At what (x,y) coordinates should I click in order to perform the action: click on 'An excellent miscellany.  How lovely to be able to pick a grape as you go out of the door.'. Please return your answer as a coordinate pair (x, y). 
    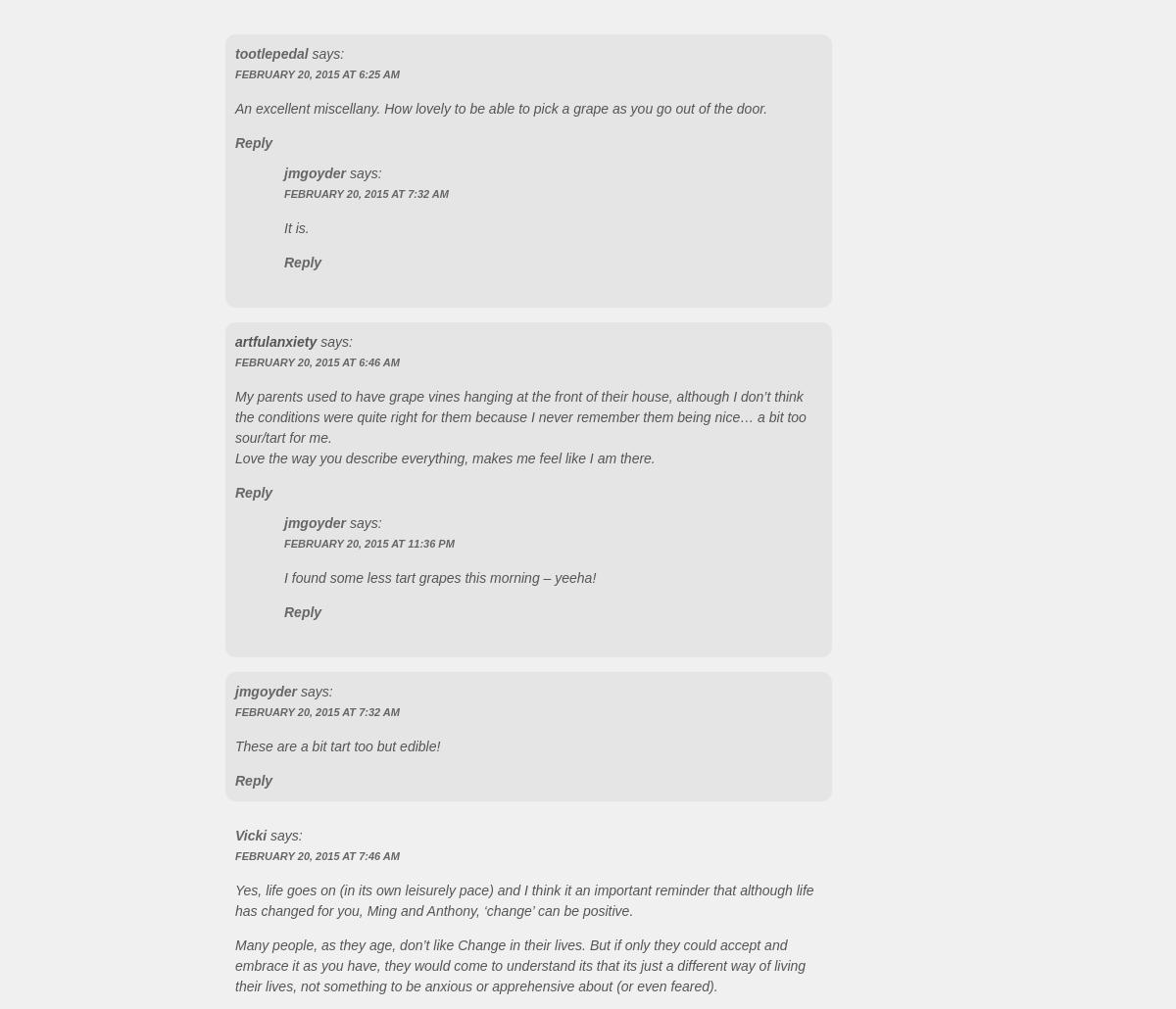
    Looking at the image, I should click on (500, 107).